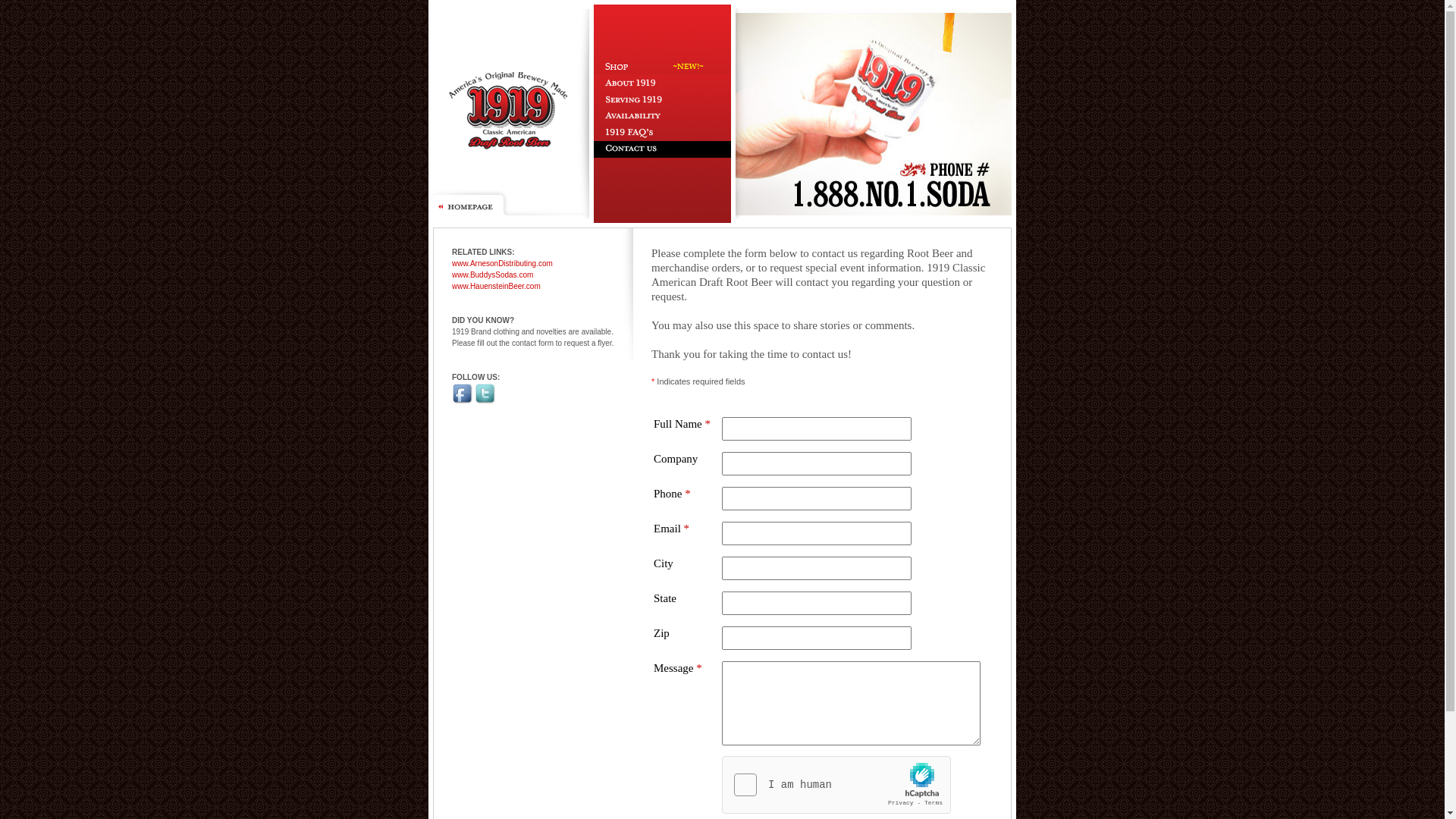  What do you see at coordinates (450, 286) in the screenshot?
I see `'www.HauensteinBeer.com'` at bounding box center [450, 286].